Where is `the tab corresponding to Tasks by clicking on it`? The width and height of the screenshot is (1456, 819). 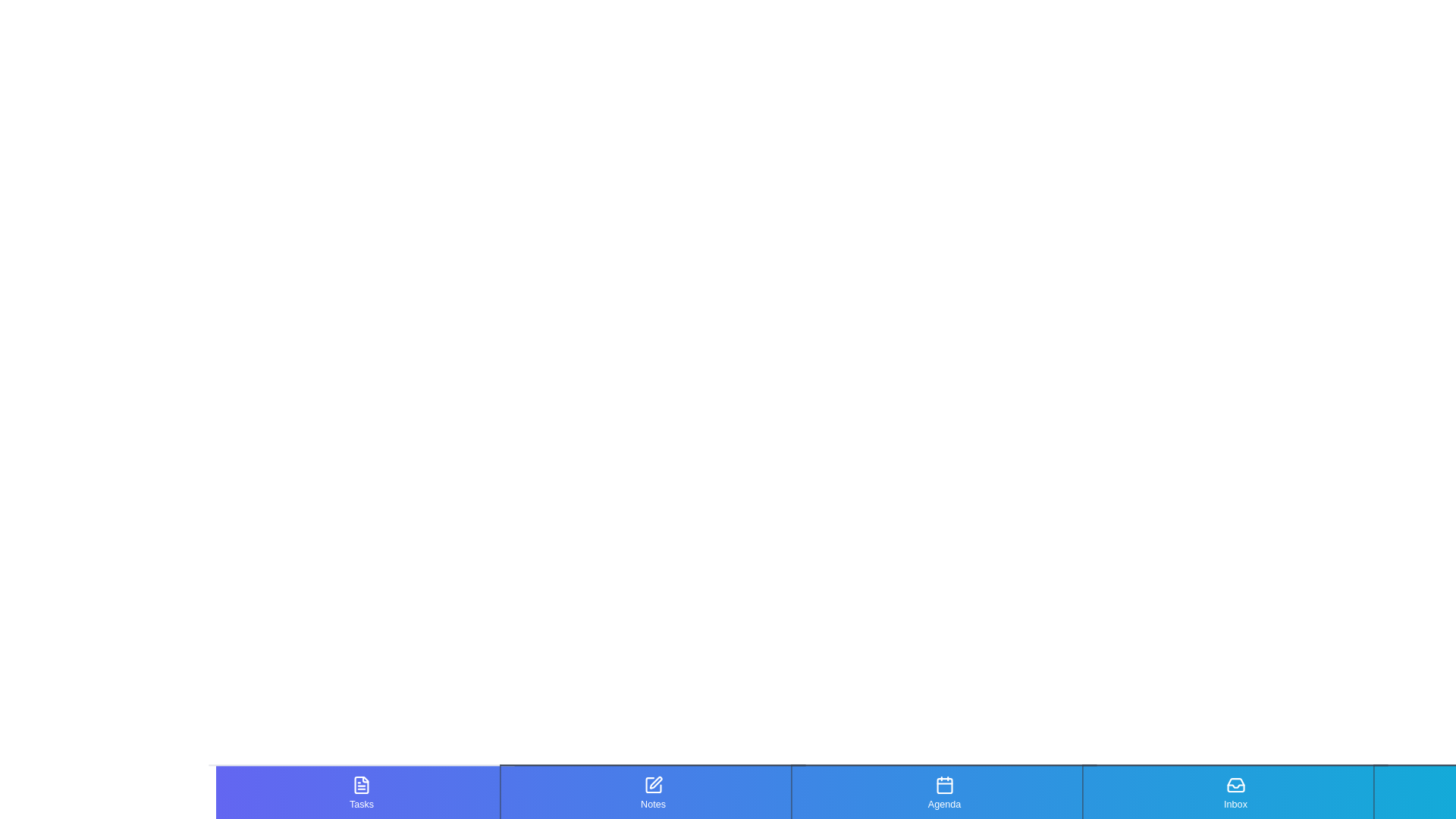 the tab corresponding to Tasks by clicking on it is located at coordinates (360, 792).